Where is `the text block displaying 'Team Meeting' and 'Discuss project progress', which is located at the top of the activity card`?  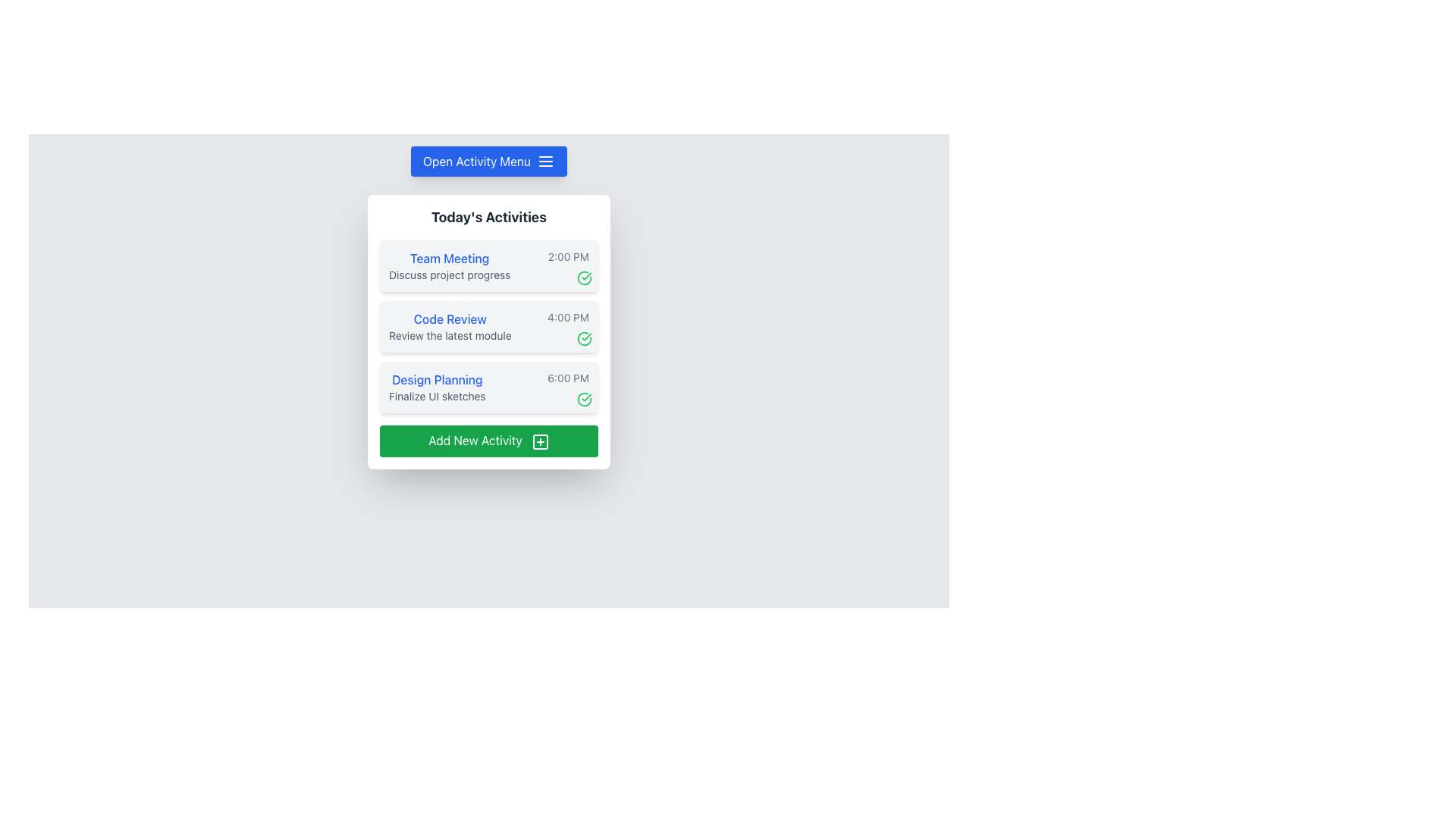
the text block displaying 'Team Meeting' and 'Discuss project progress', which is located at the top of the activity card is located at coordinates (449, 265).